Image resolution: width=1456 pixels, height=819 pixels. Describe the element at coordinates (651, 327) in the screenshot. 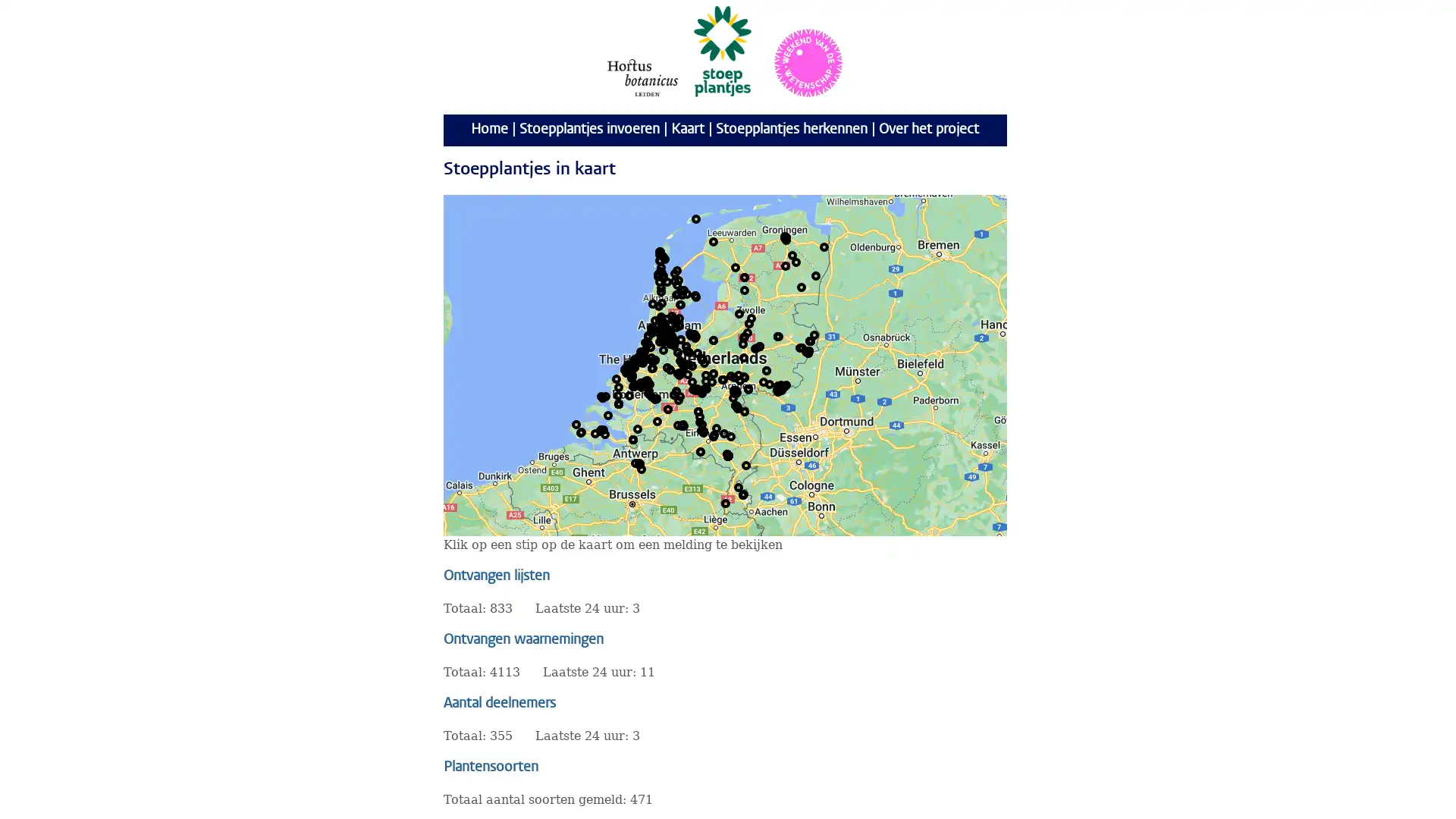

I see `Telling van op 28 maart 2022` at that location.